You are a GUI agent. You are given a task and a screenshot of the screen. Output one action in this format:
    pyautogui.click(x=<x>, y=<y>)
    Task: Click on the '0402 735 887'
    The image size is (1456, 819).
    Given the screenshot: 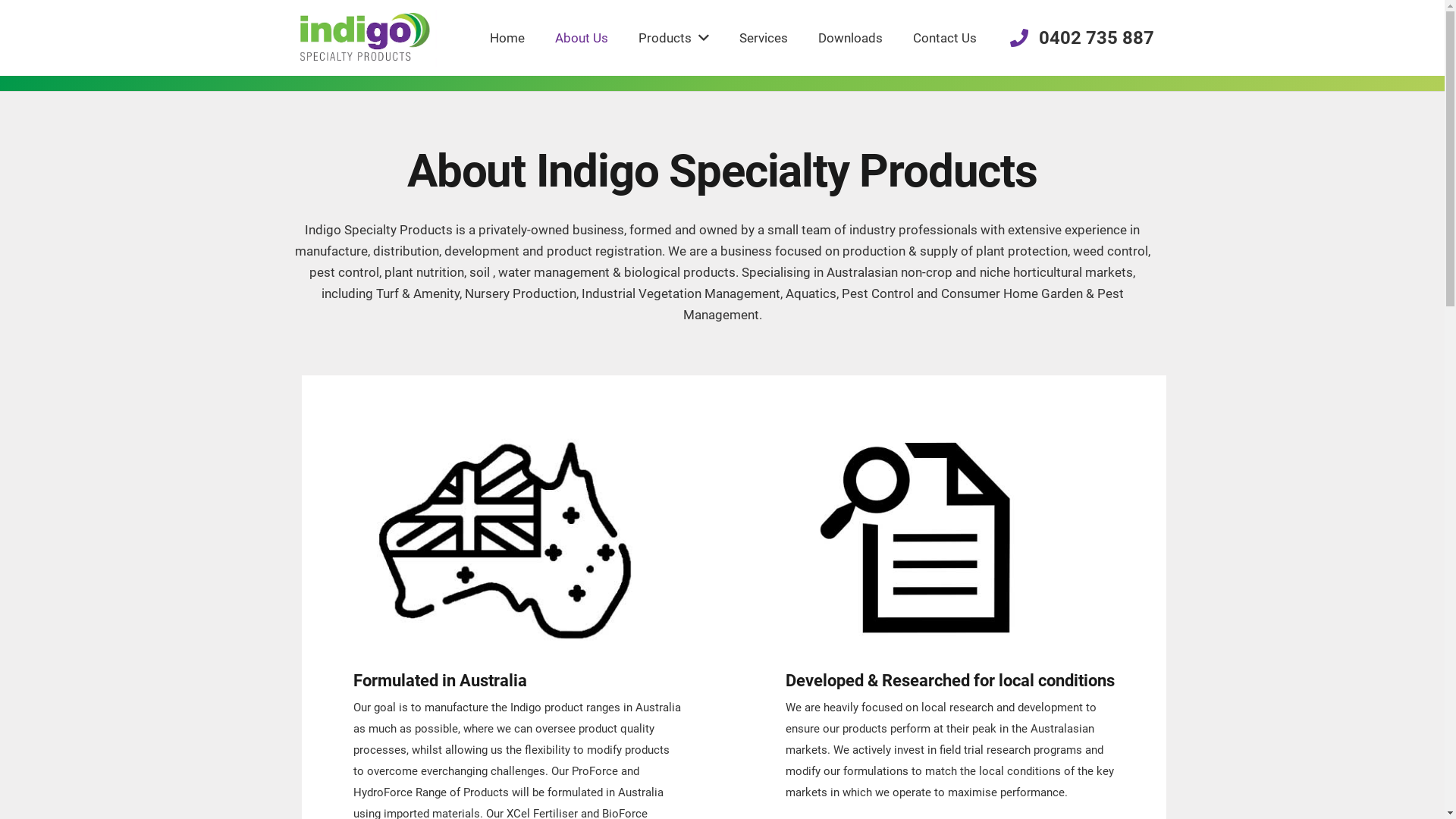 What is the action you would take?
    pyautogui.click(x=1009, y=37)
    